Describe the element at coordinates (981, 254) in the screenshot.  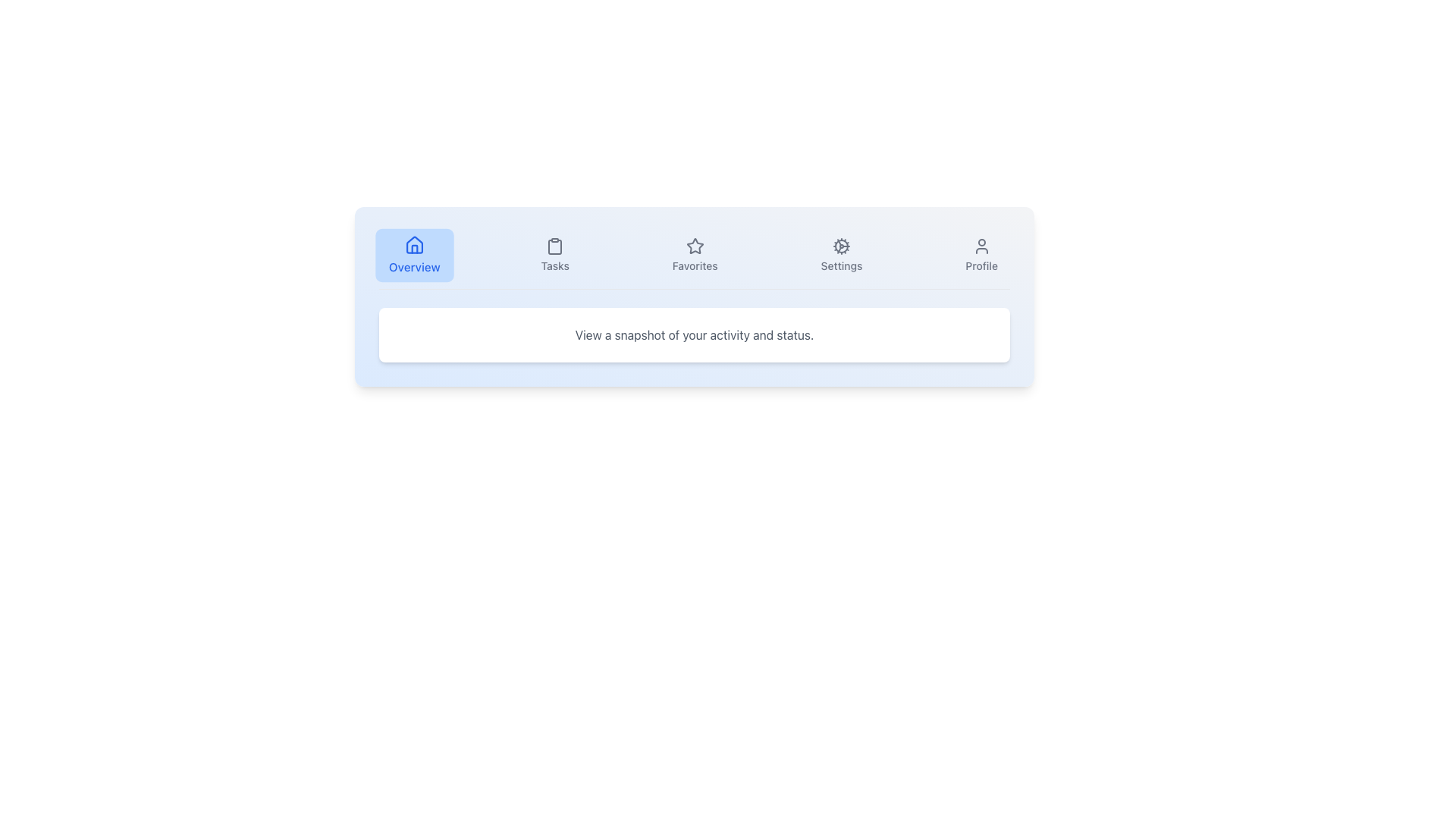
I see `the rightmost button in the horizontal navigation bar` at that location.